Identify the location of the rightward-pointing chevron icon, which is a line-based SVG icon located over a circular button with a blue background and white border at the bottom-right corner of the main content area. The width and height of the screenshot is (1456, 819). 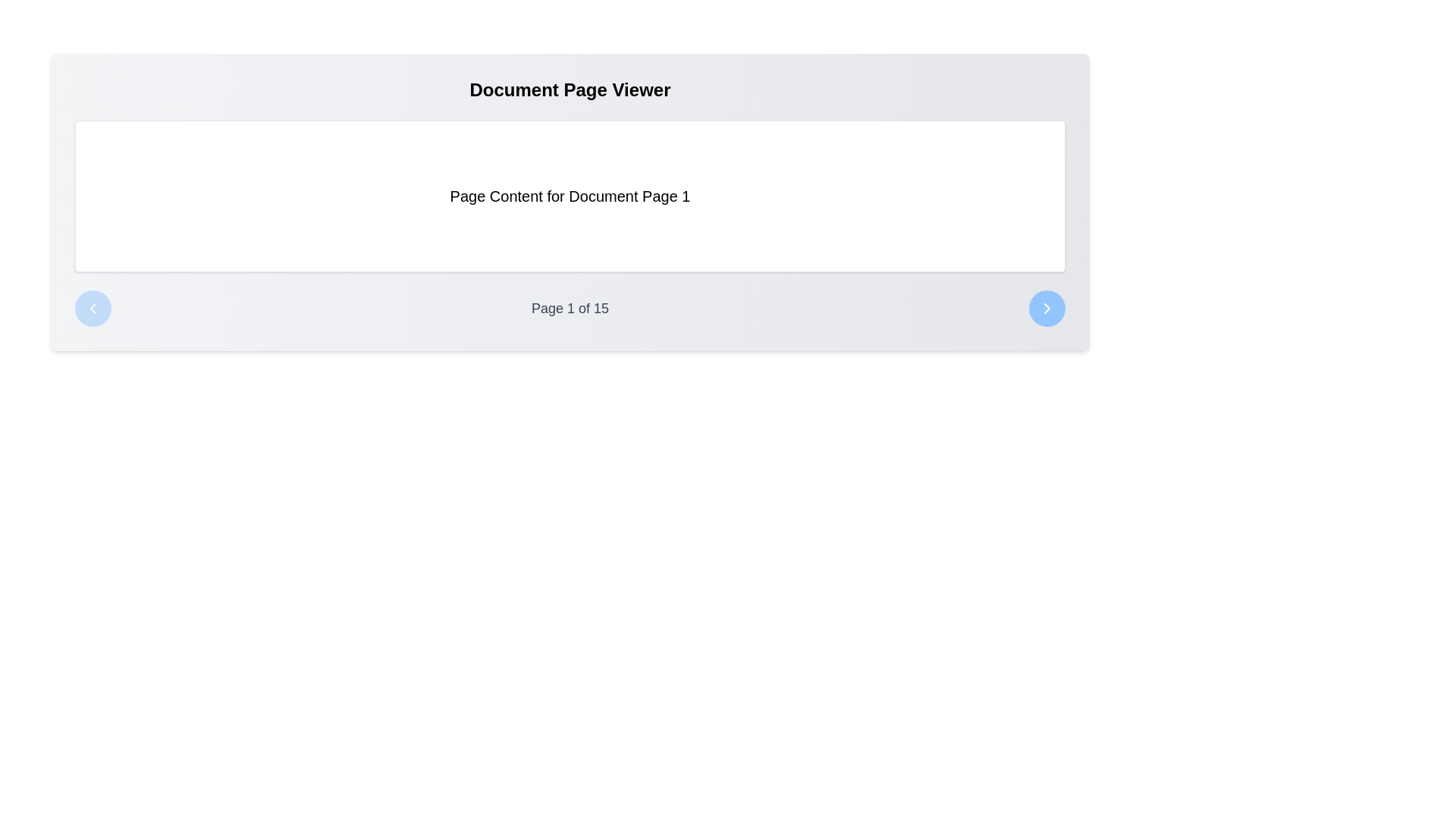
(1046, 308).